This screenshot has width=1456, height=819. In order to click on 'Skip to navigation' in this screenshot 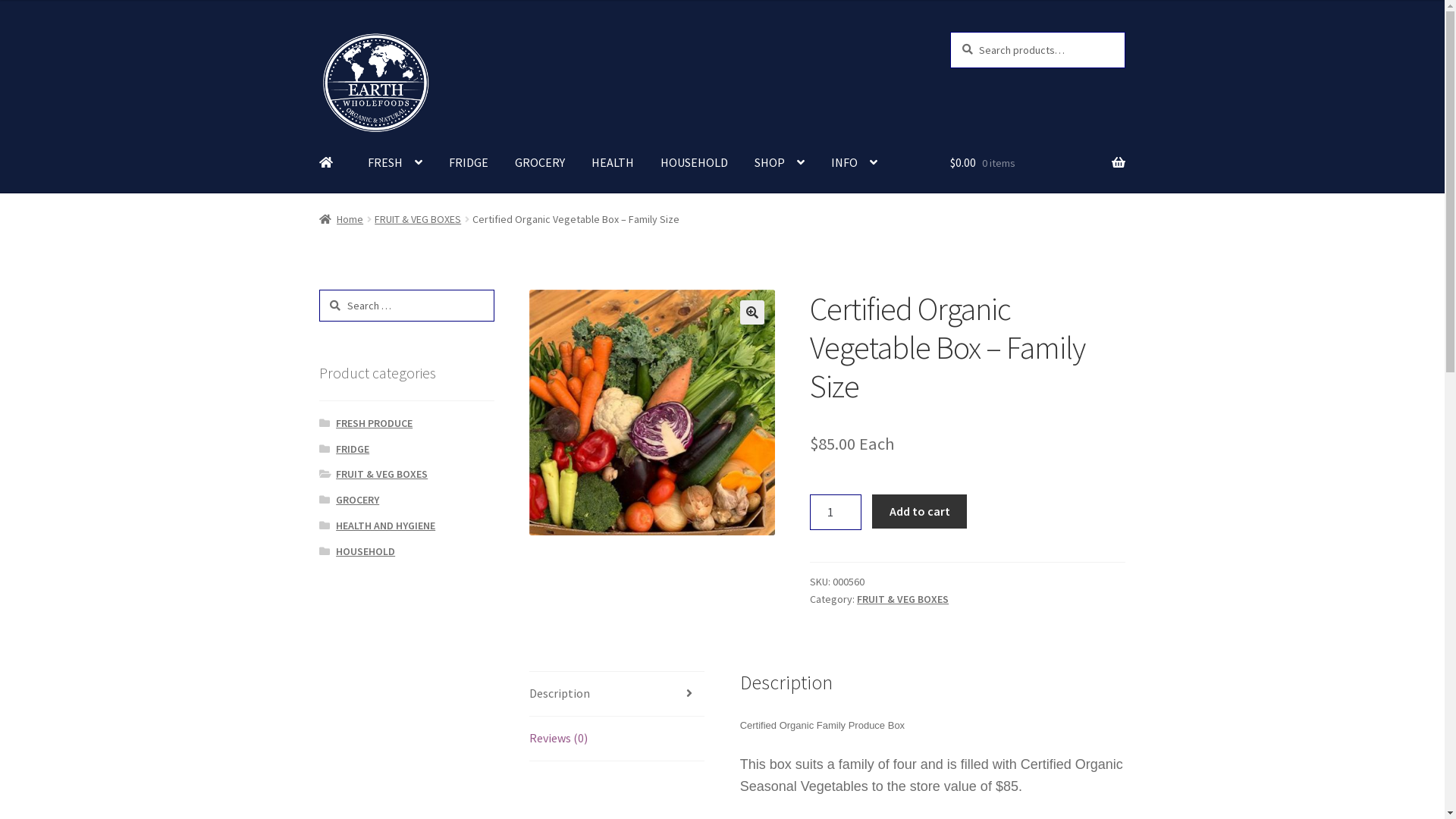, I will do `click(318, 31)`.